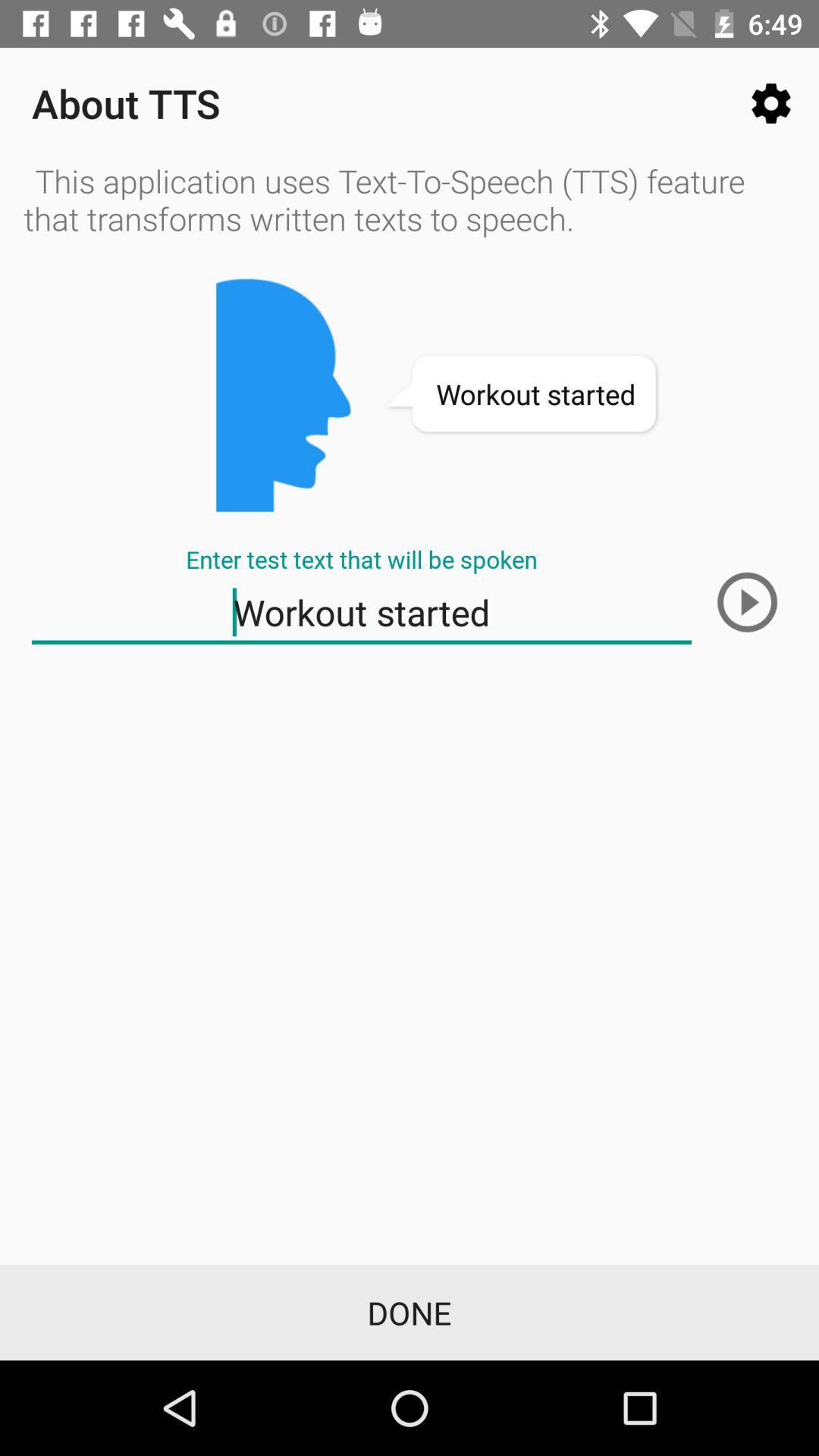 The height and width of the screenshot is (1456, 819). Describe the element at coordinates (746, 601) in the screenshot. I see `the play icon` at that location.